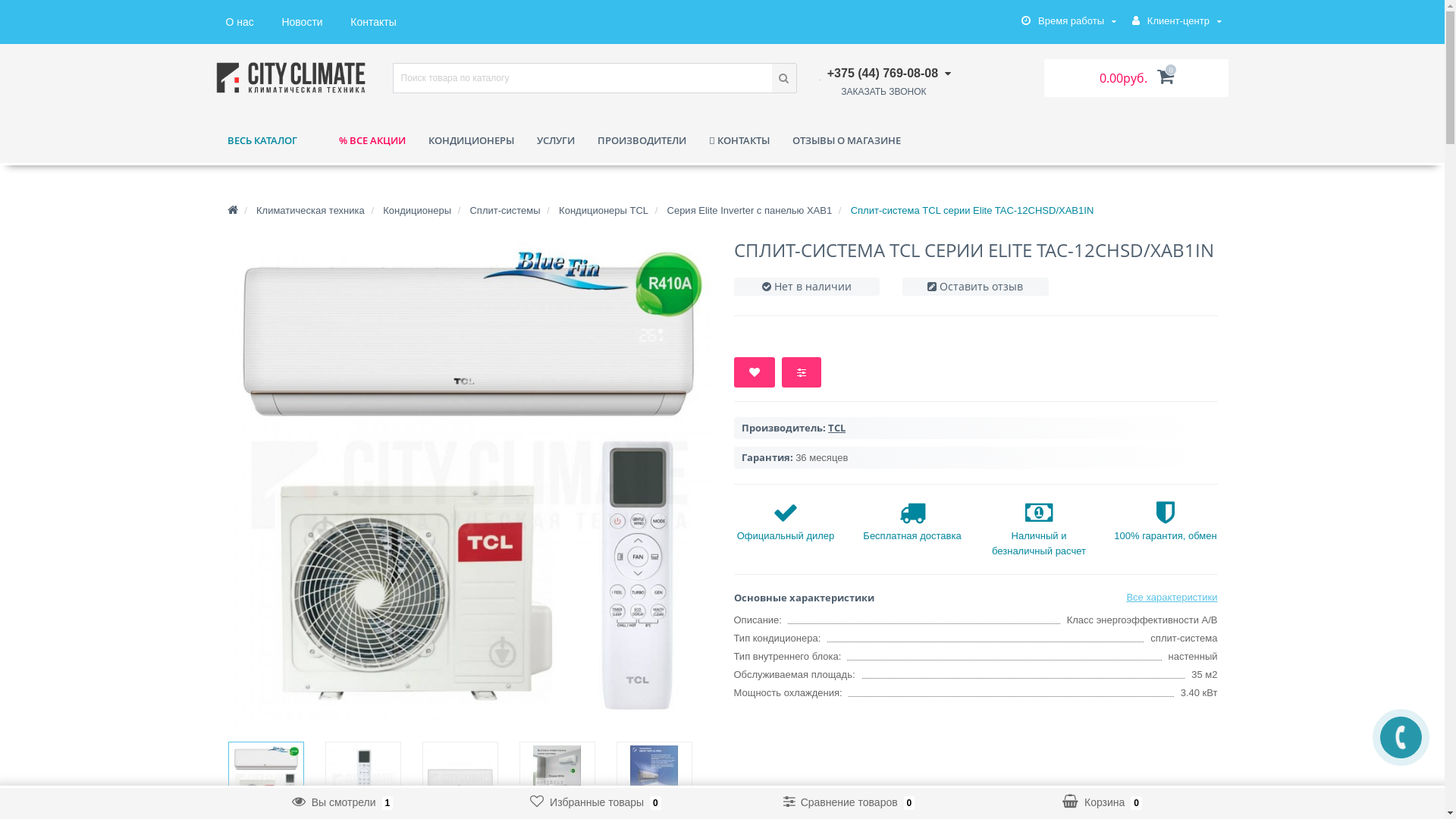  Describe the element at coordinates (827, 427) in the screenshot. I see `'TCL'` at that location.